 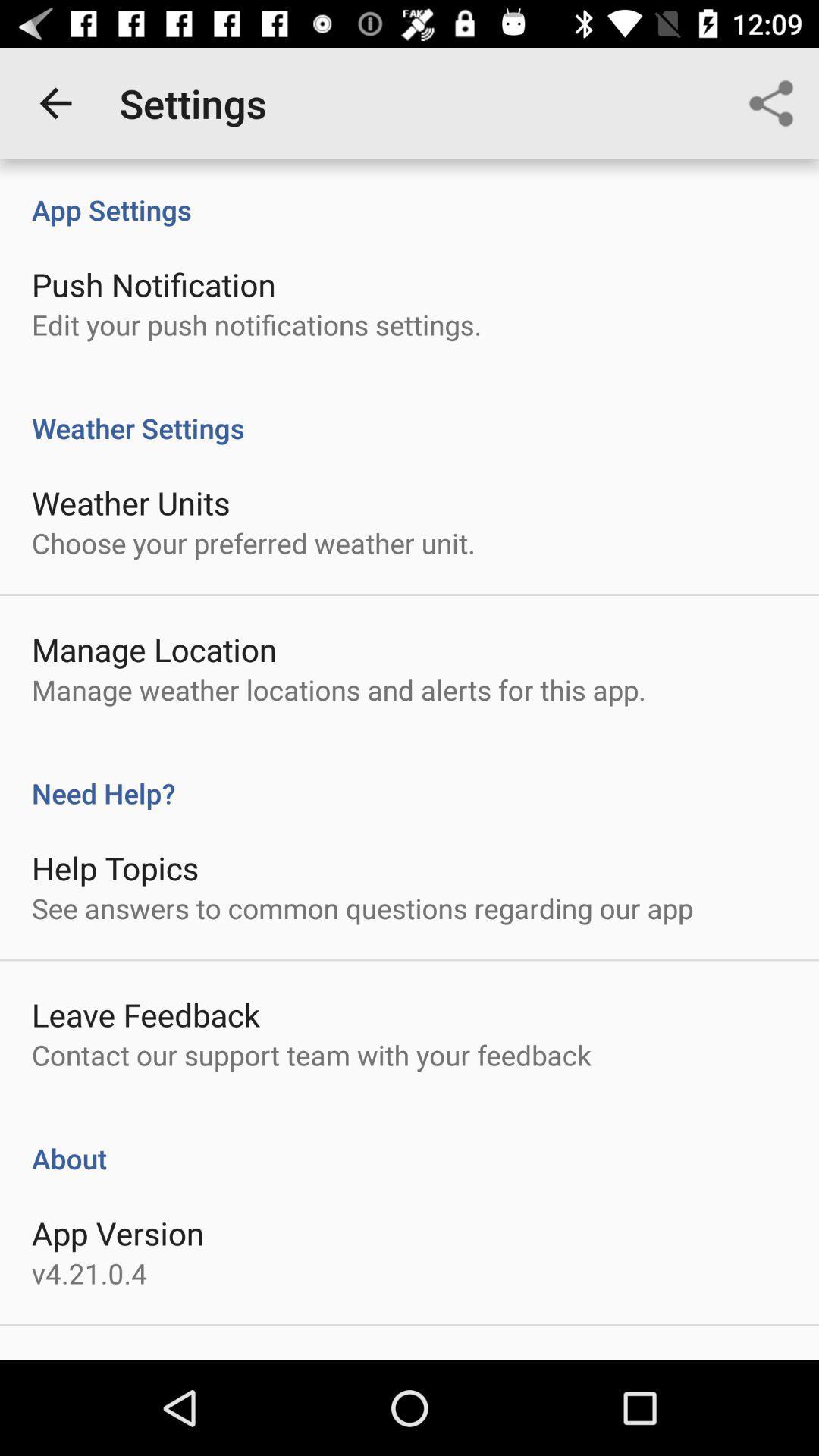 I want to click on help topics icon, so click(x=115, y=868).